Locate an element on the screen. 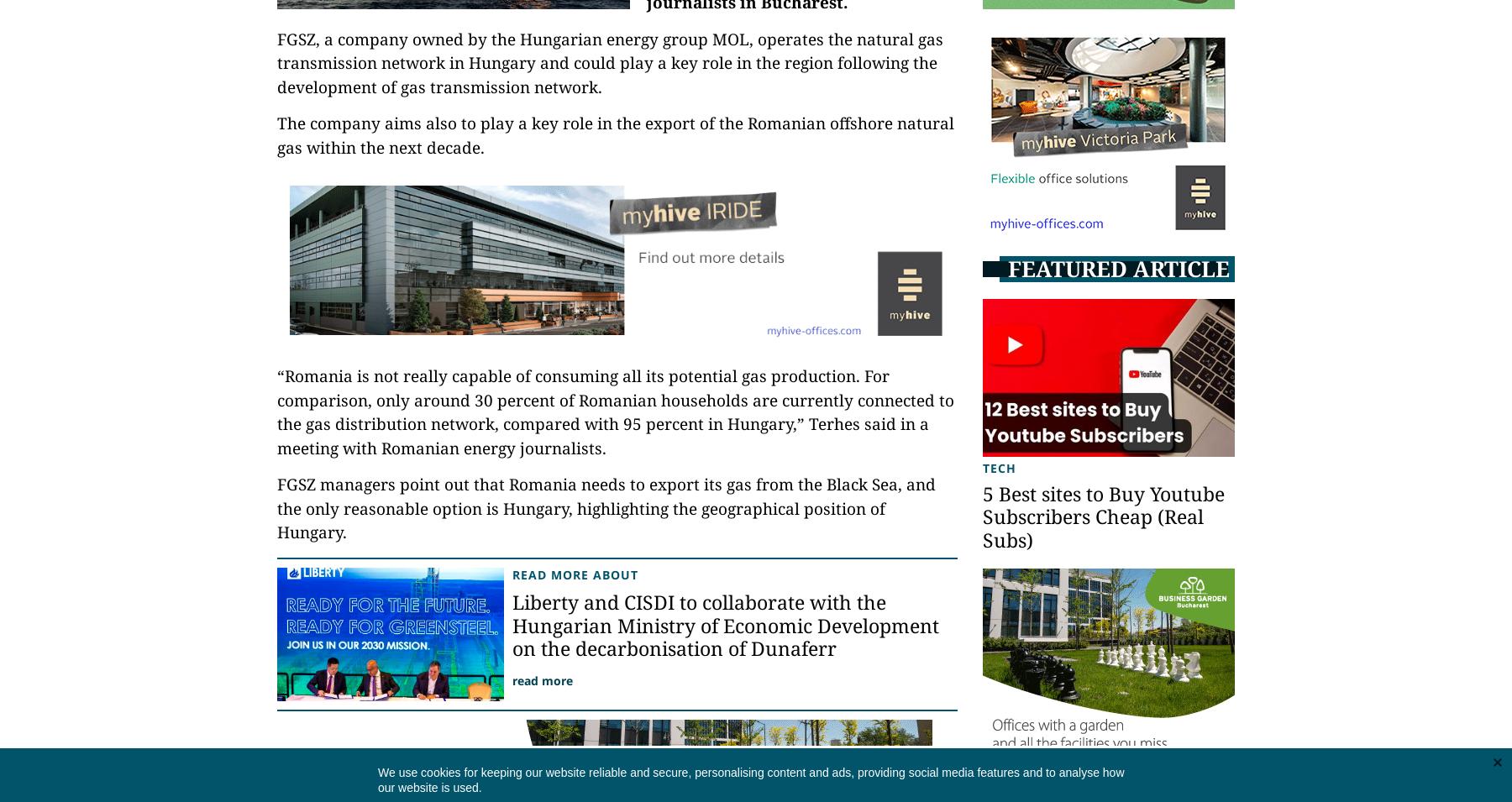 This screenshot has width=1512, height=802. 'Read more about' is located at coordinates (574, 573).